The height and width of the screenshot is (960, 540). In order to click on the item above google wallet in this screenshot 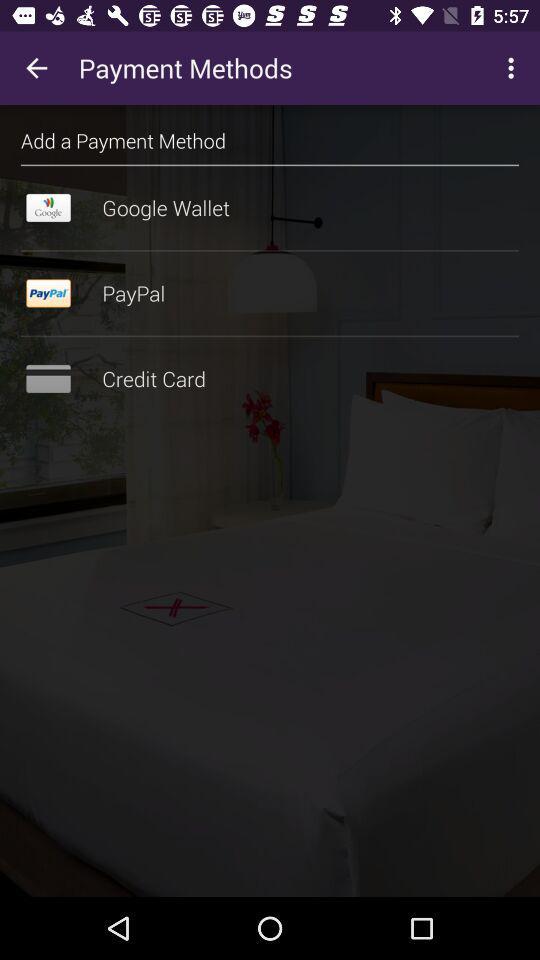, I will do `click(270, 164)`.